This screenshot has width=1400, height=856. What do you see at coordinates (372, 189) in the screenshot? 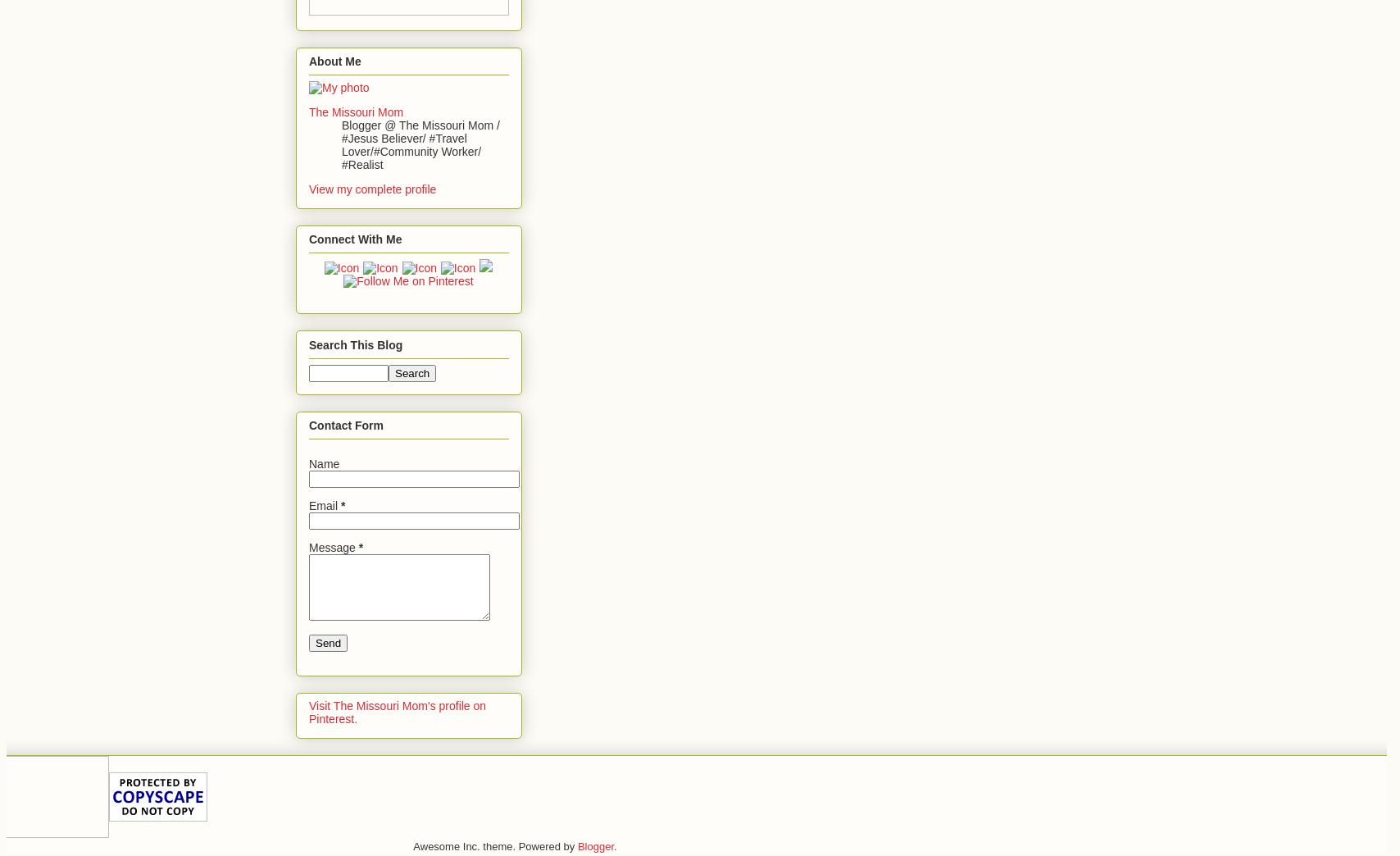
I see `'View my complete profile'` at bounding box center [372, 189].